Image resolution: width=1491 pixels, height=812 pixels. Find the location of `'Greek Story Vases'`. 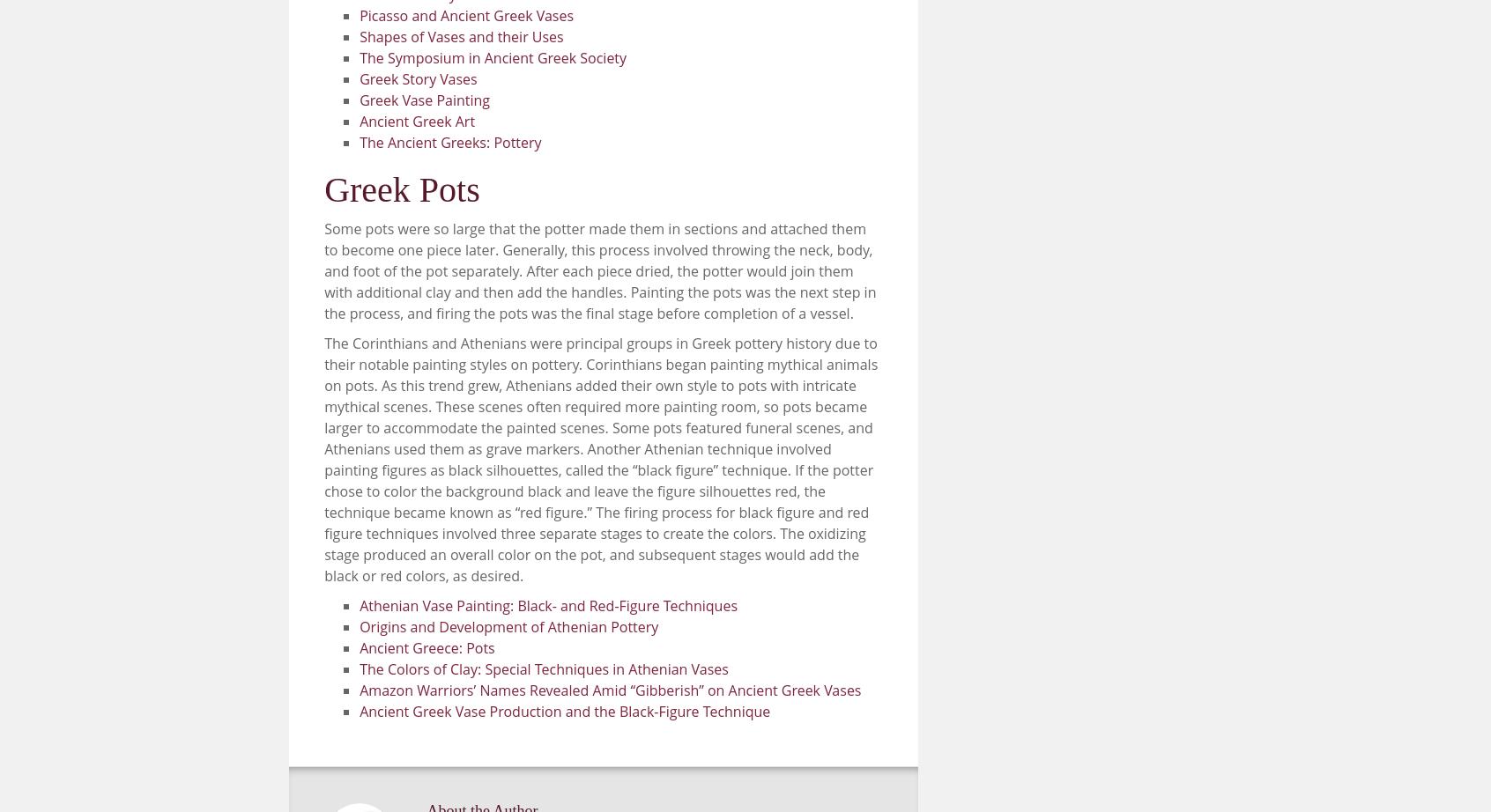

'Greek Story Vases' is located at coordinates (417, 78).